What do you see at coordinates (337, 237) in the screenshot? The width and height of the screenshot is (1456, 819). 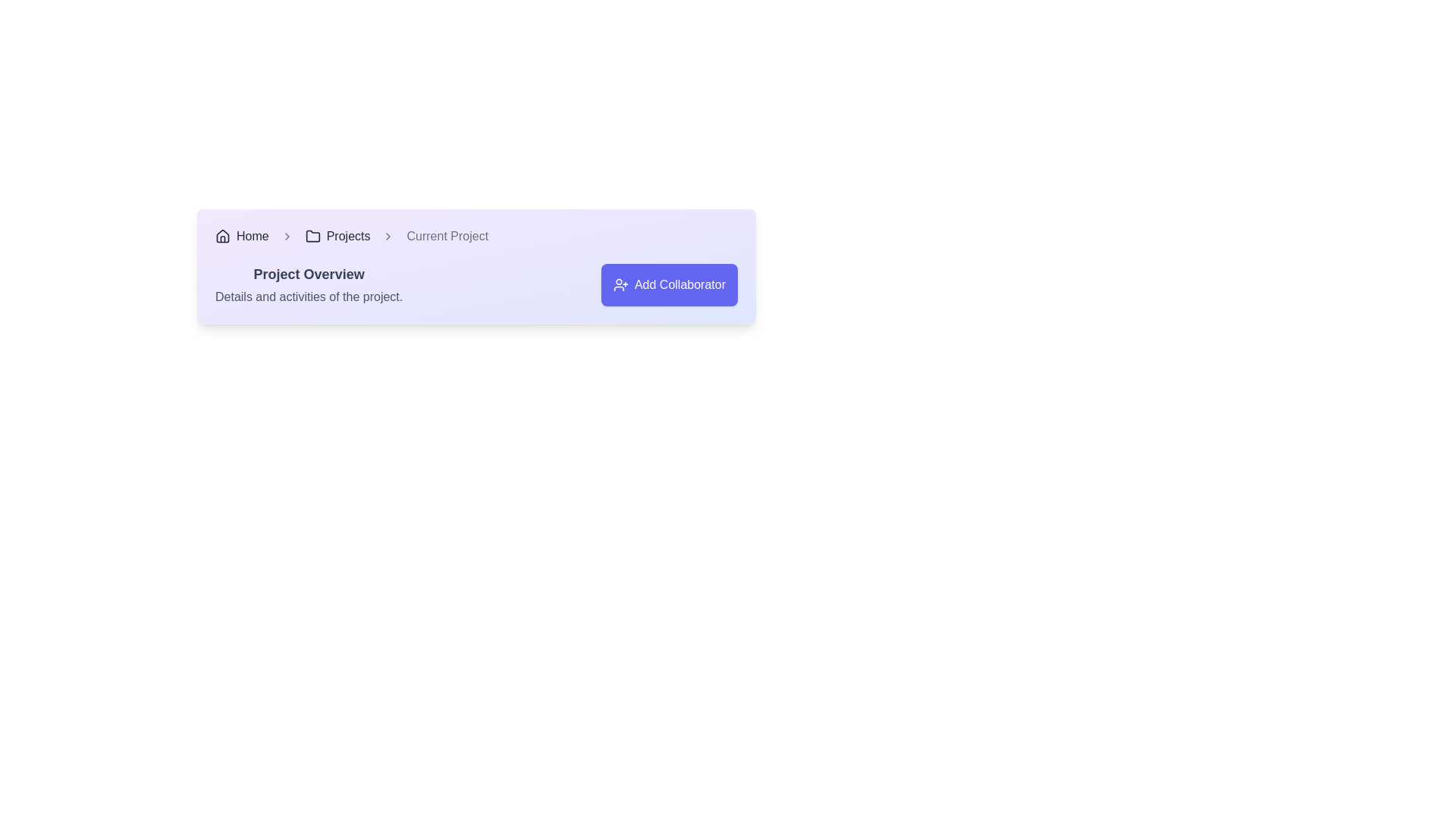 I see `the Breadcrumb link for 'Projects'` at bounding box center [337, 237].